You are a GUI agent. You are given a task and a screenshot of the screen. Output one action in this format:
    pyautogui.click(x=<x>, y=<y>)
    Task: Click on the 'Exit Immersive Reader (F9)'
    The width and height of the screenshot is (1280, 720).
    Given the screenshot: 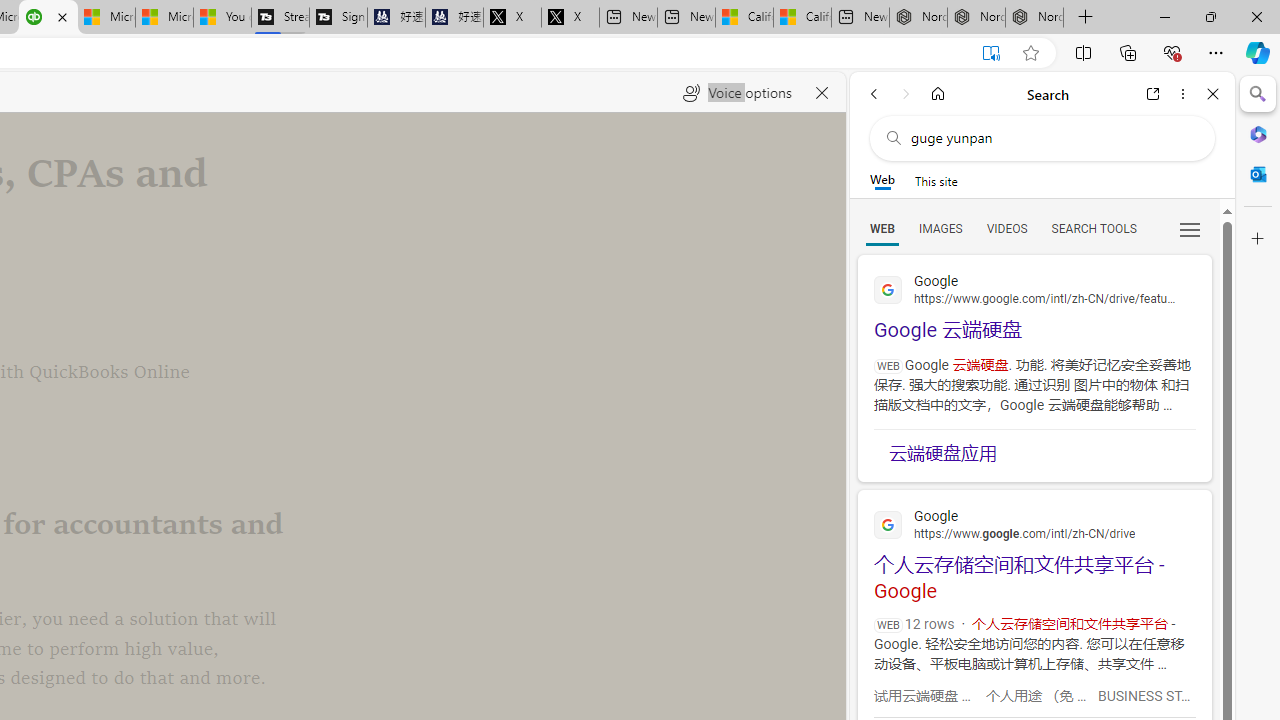 What is the action you would take?
    pyautogui.click(x=991, y=52)
    